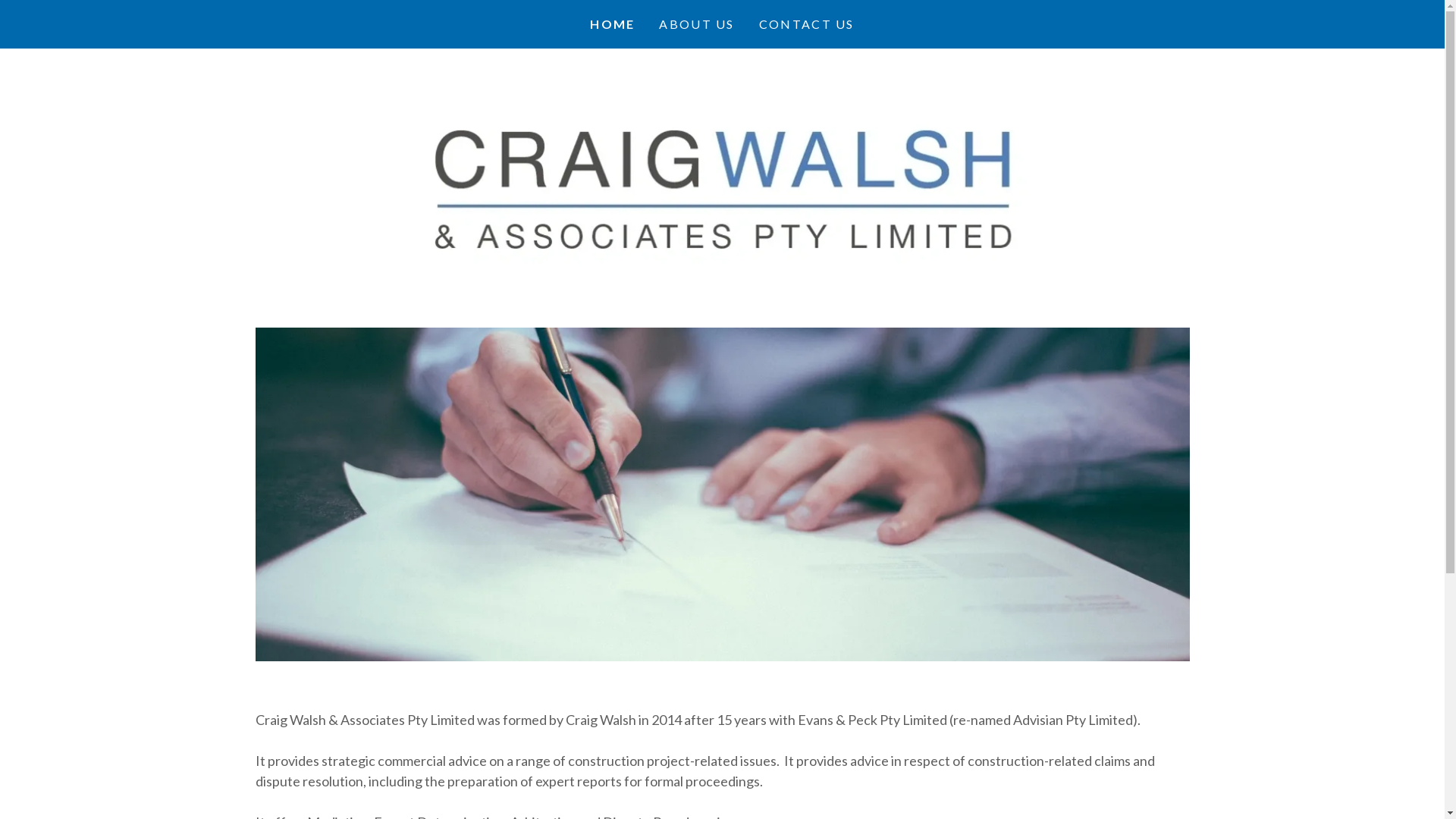 This screenshot has width=1456, height=819. I want to click on 'HOME', so click(612, 24).